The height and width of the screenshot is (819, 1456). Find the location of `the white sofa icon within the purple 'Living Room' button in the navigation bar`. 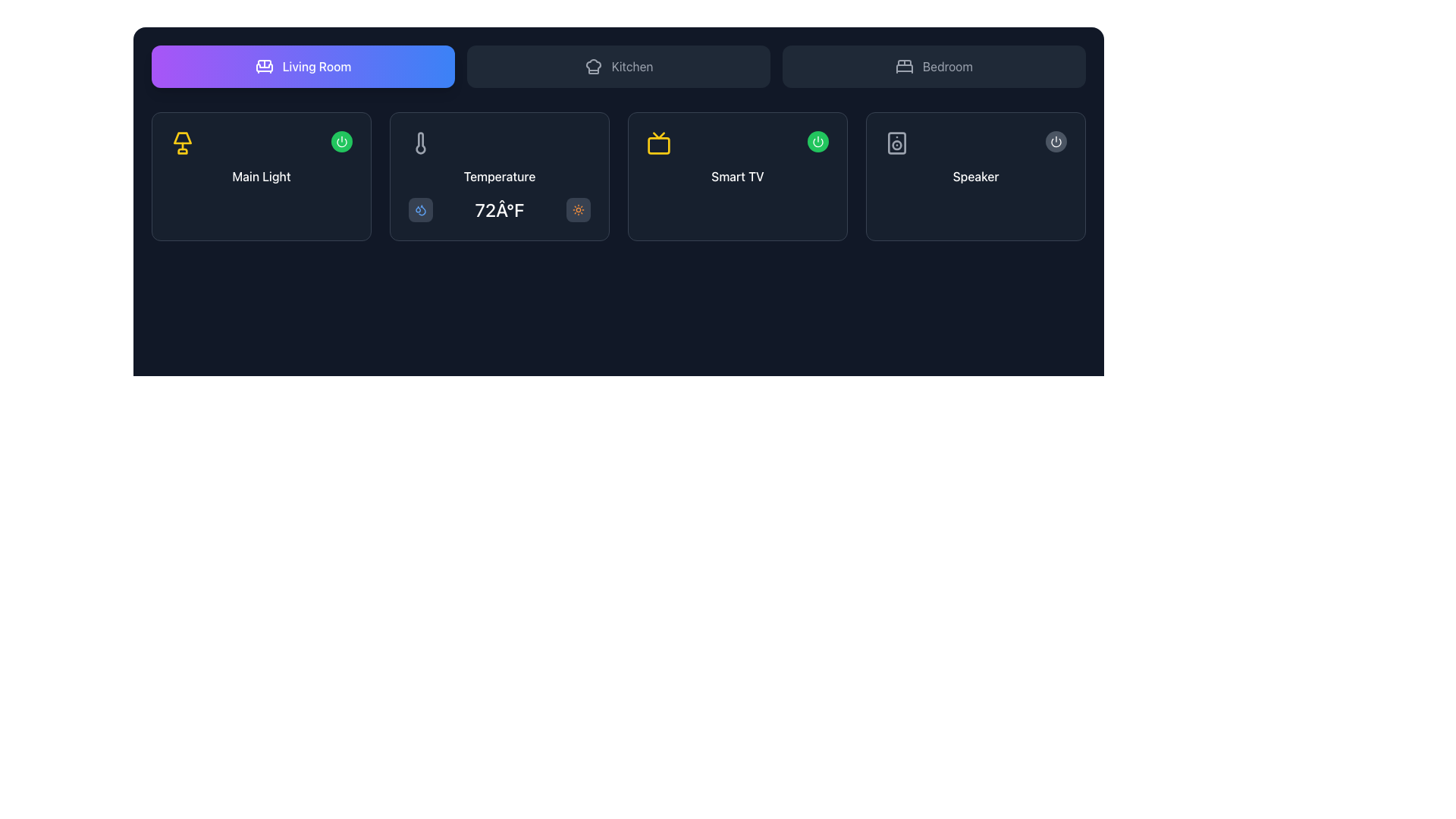

the white sofa icon within the purple 'Living Room' button in the navigation bar is located at coordinates (264, 66).